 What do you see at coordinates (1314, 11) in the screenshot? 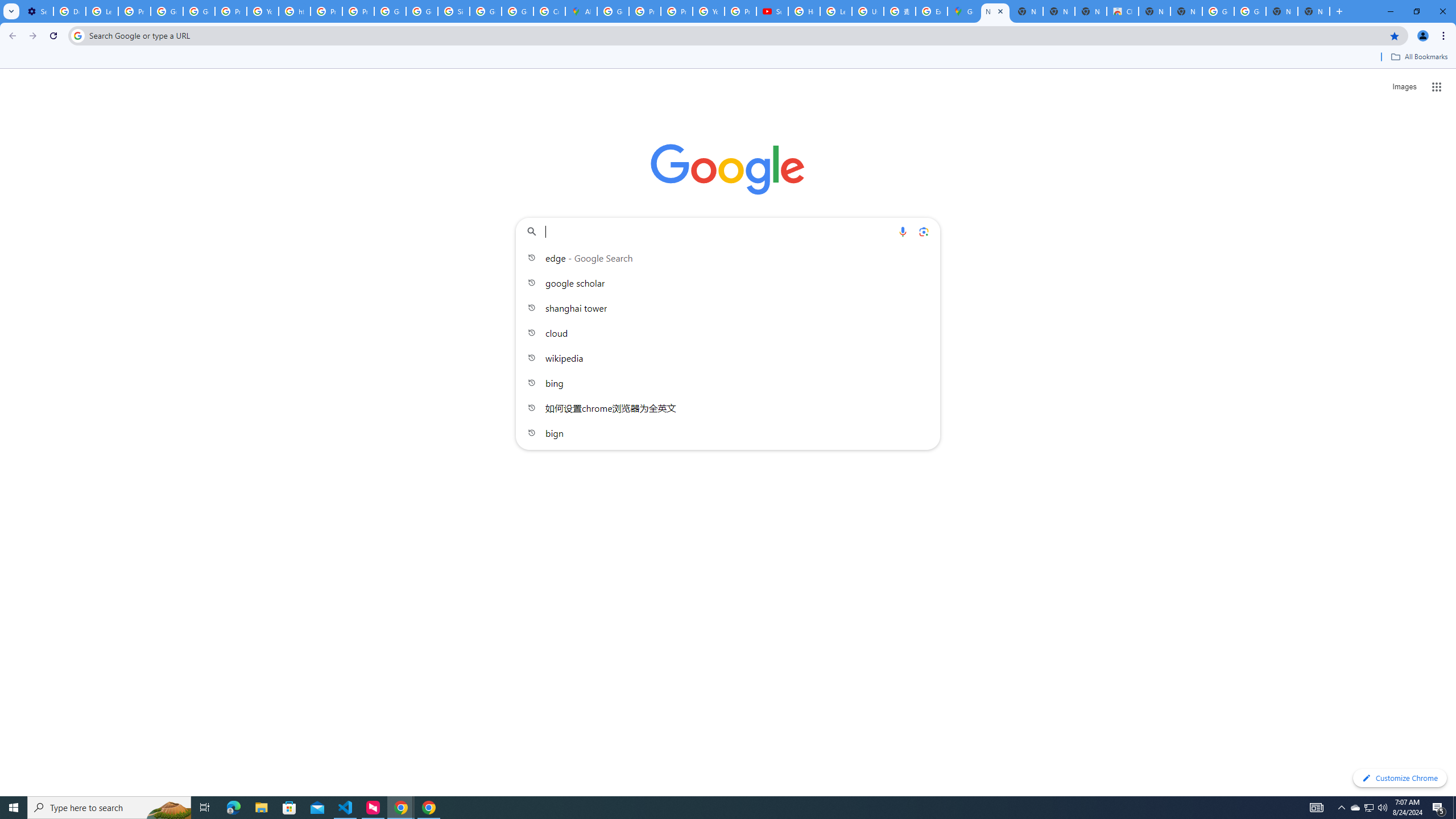
I see `'New Tab'` at bounding box center [1314, 11].